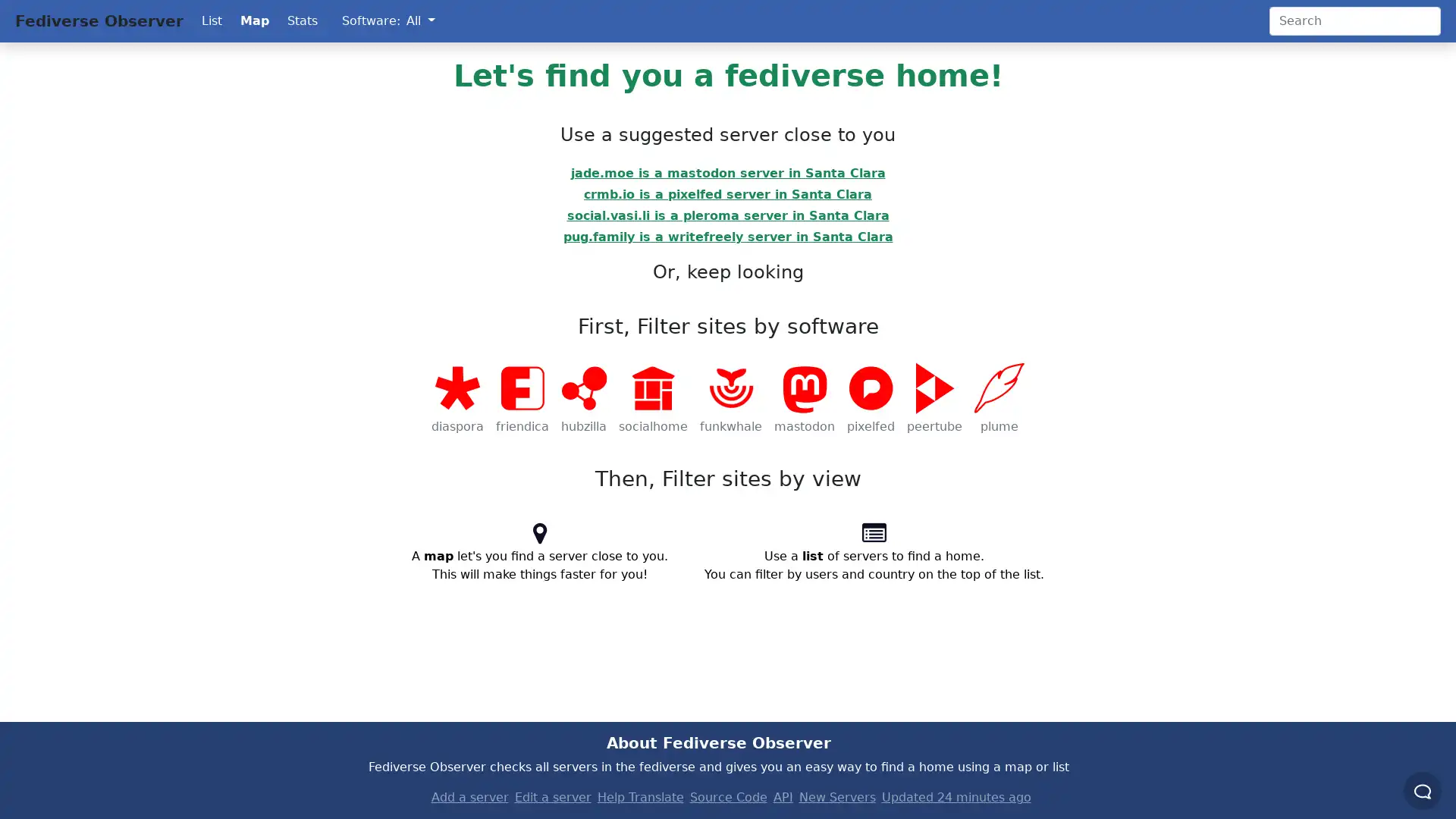 Image resolution: width=1456 pixels, height=819 pixels. Describe the element at coordinates (420, 20) in the screenshot. I see `All` at that location.